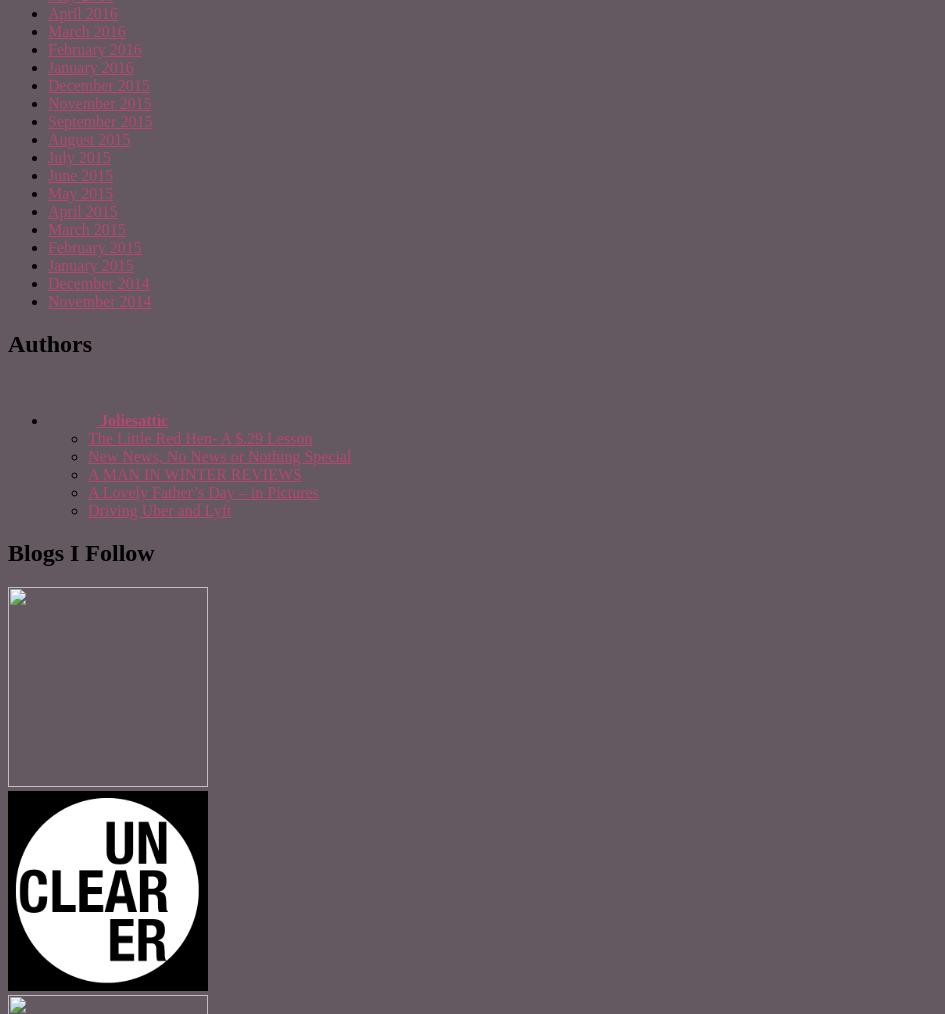 The height and width of the screenshot is (1014, 945). Describe the element at coordinates (93, 246) in the screenshot. I see `'February 2015'` at that location.